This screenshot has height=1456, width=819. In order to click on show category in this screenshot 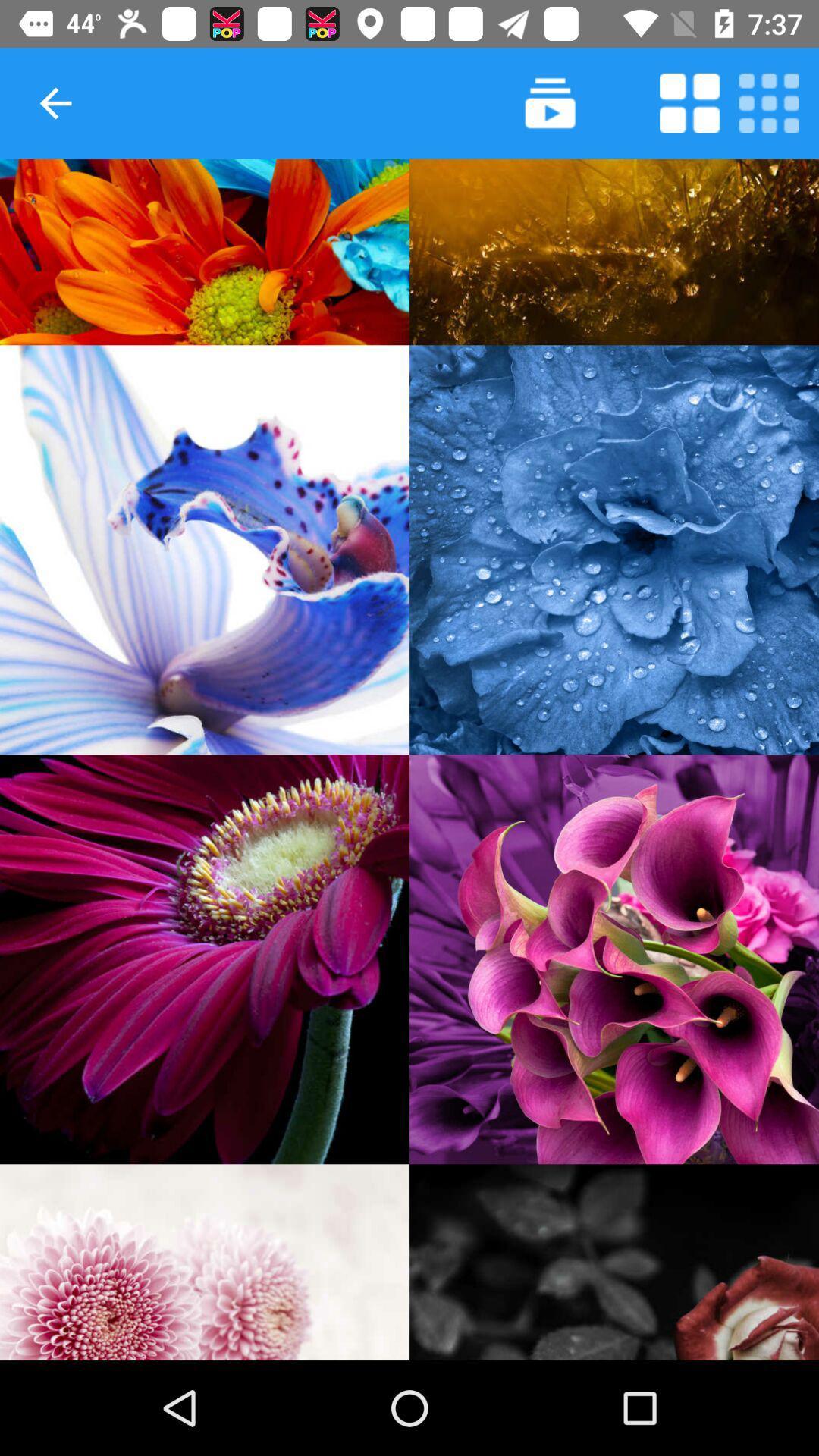, I will do `click(614, 1262)`.